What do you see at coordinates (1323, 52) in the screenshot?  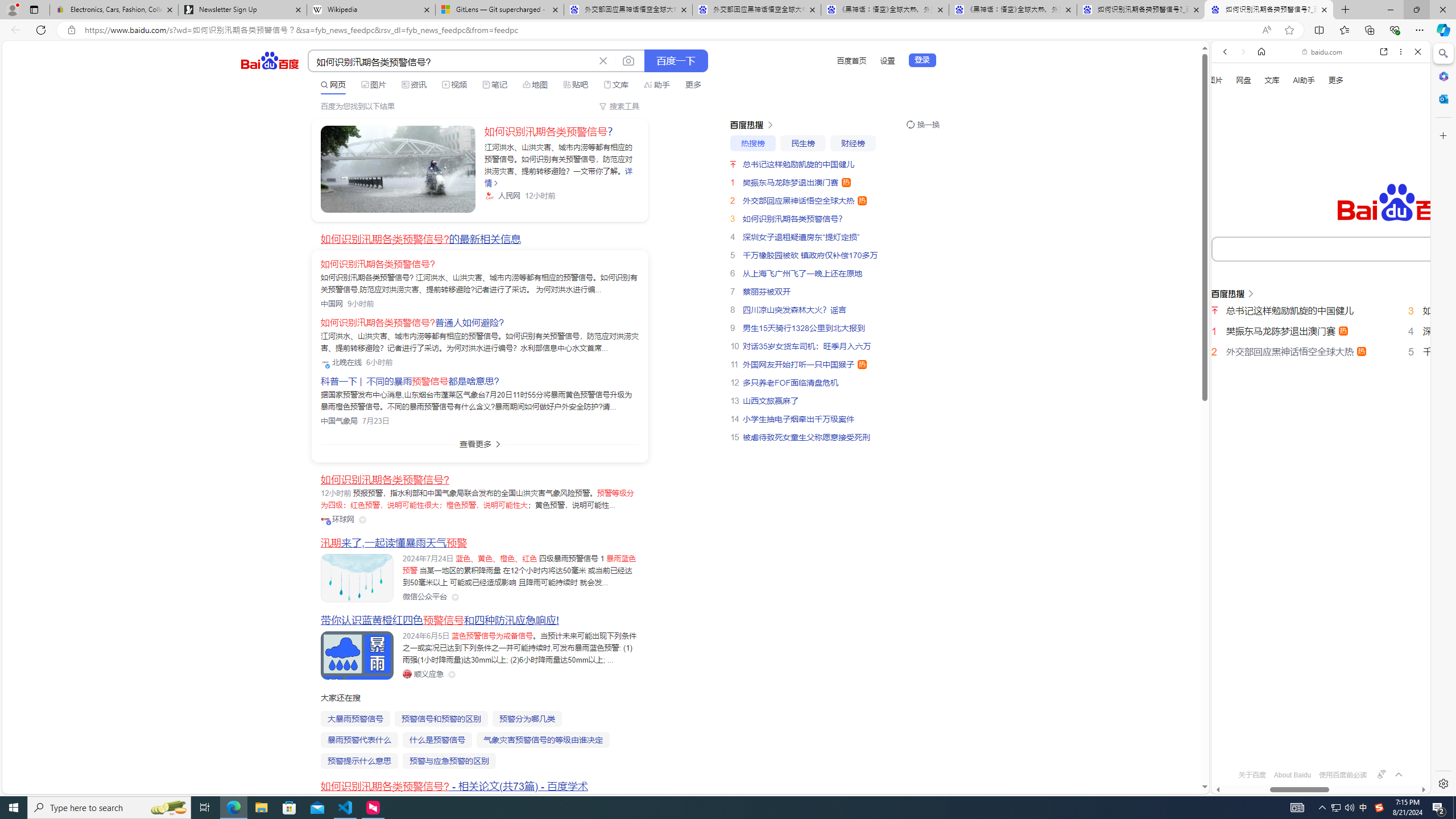 I see `'baidu.com'` at bounding box center [1323, 52].